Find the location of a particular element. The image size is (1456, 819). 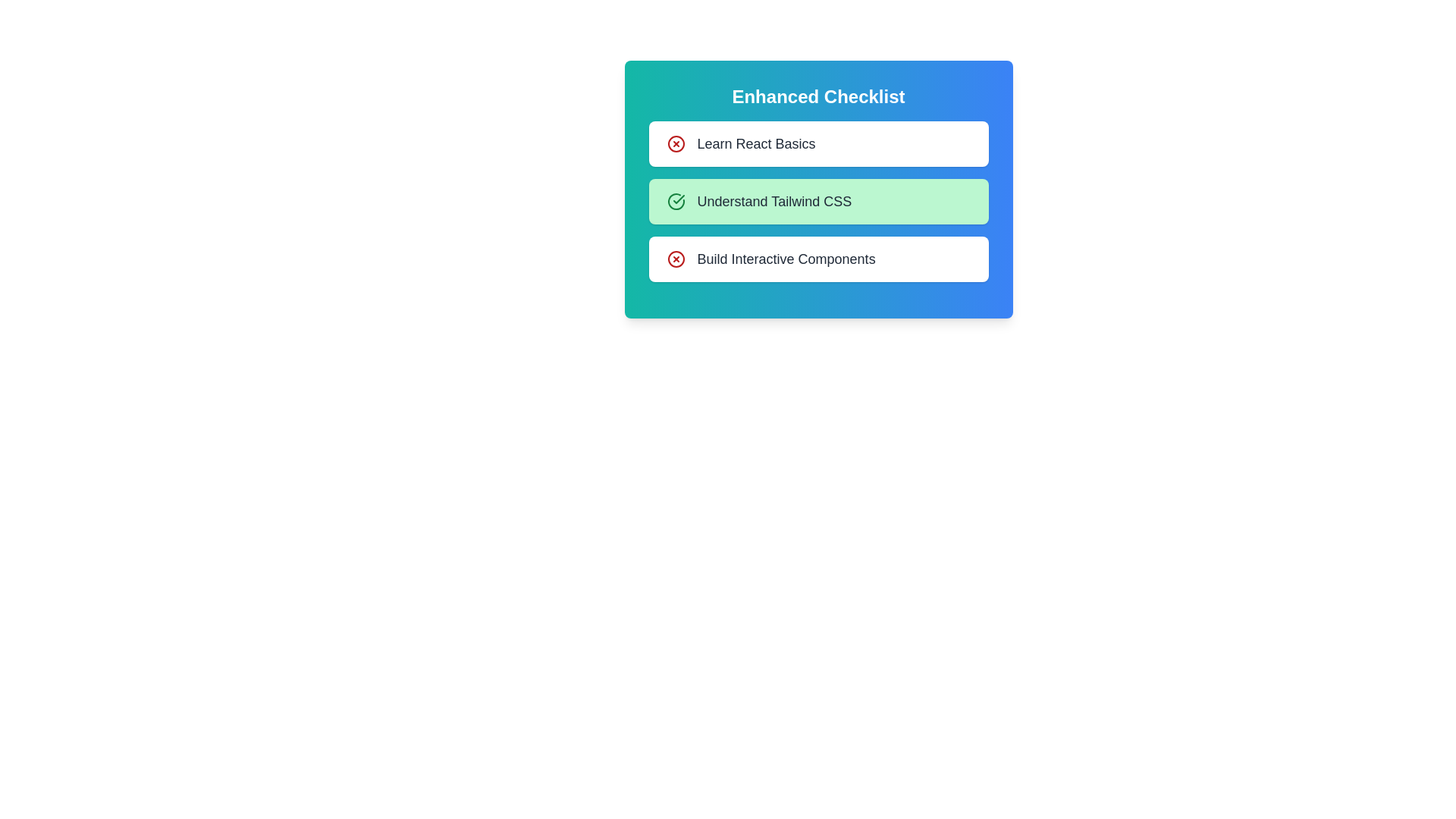

the checklist item Learn React Basics to observe its hover effect is located at coordinates (817, 143).